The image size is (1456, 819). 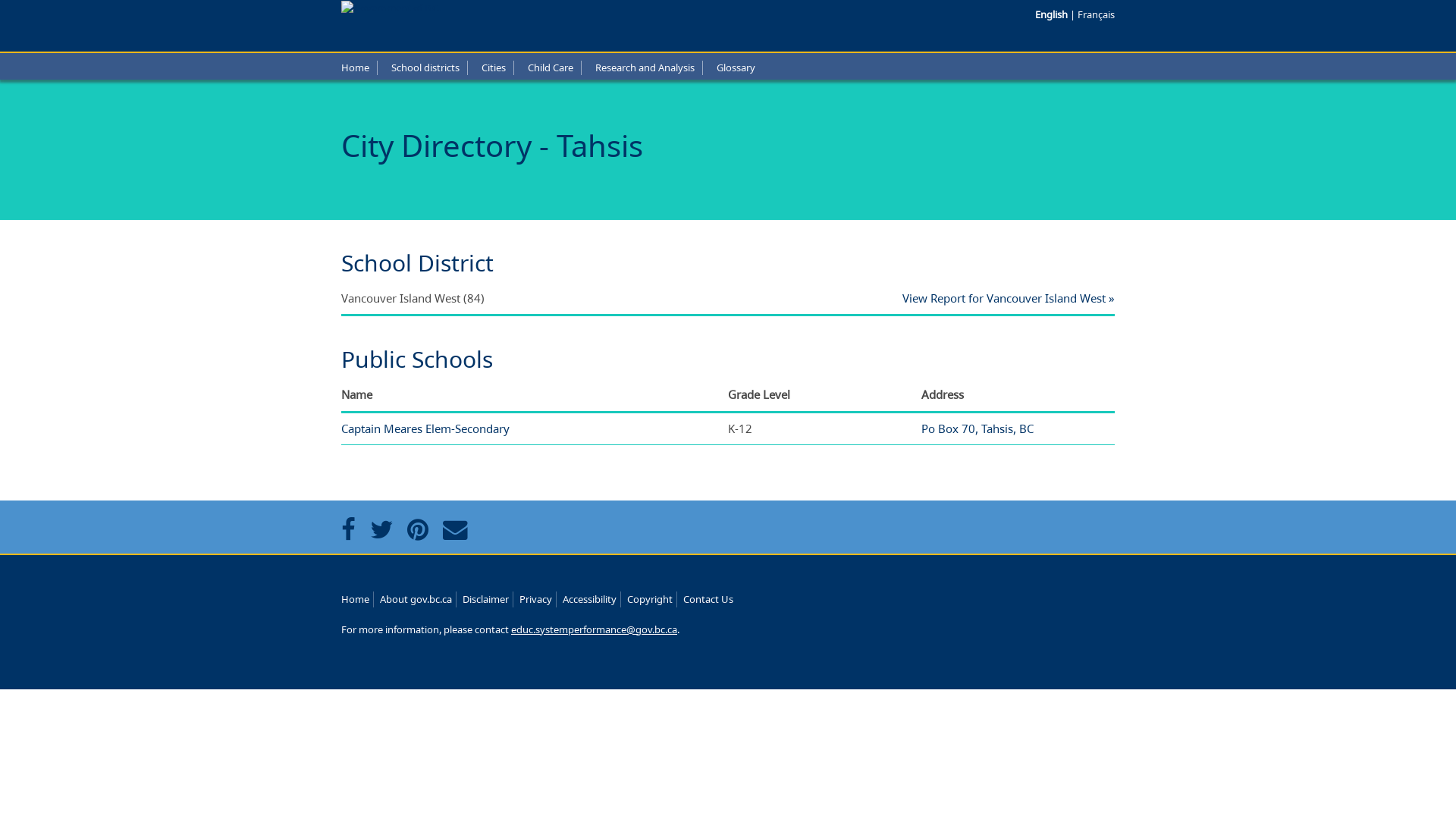 I want to click on 'Government of B.C.', so click(x=391, y=8).